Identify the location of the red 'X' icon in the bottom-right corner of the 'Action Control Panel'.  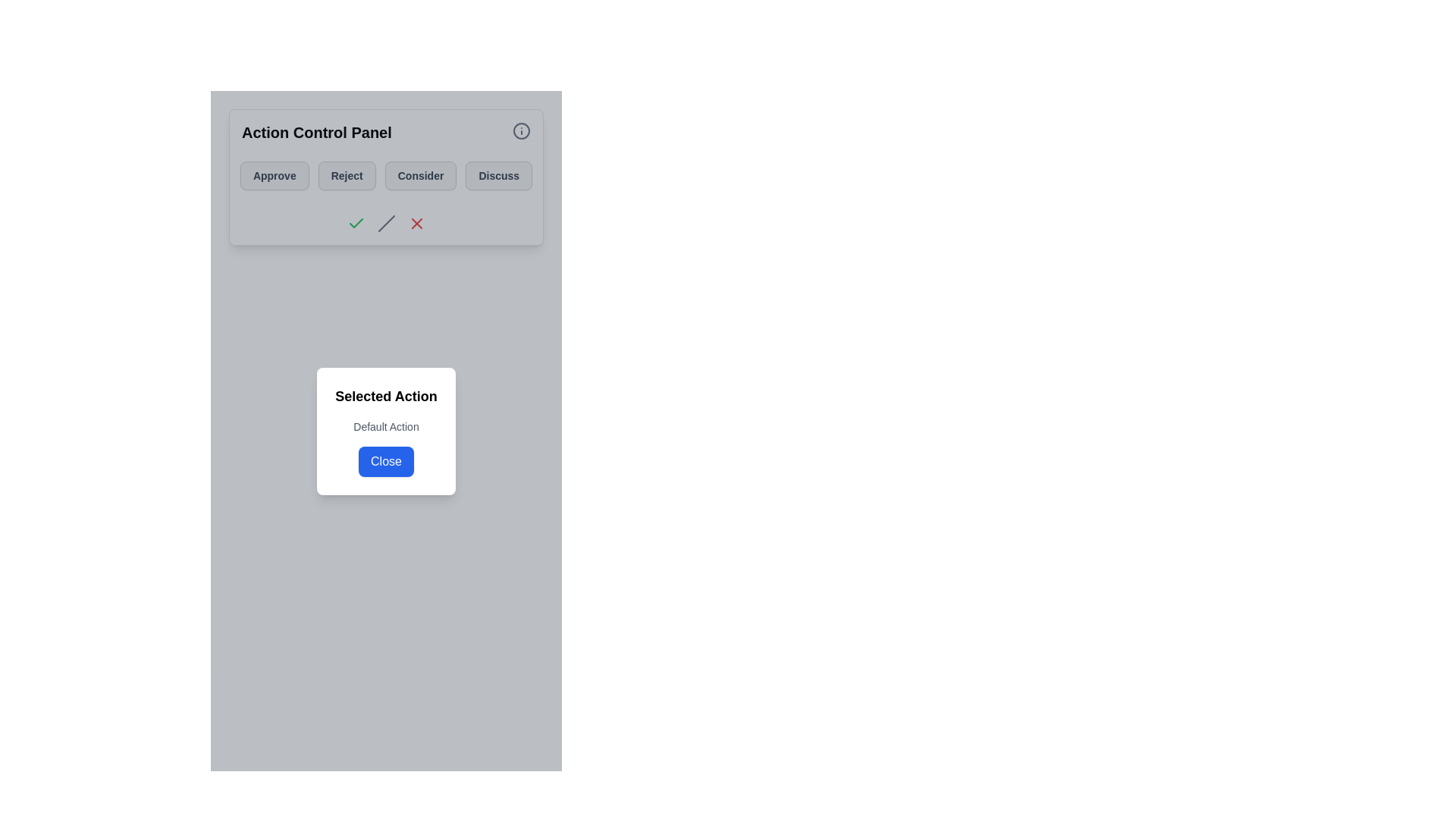
(416, 223).